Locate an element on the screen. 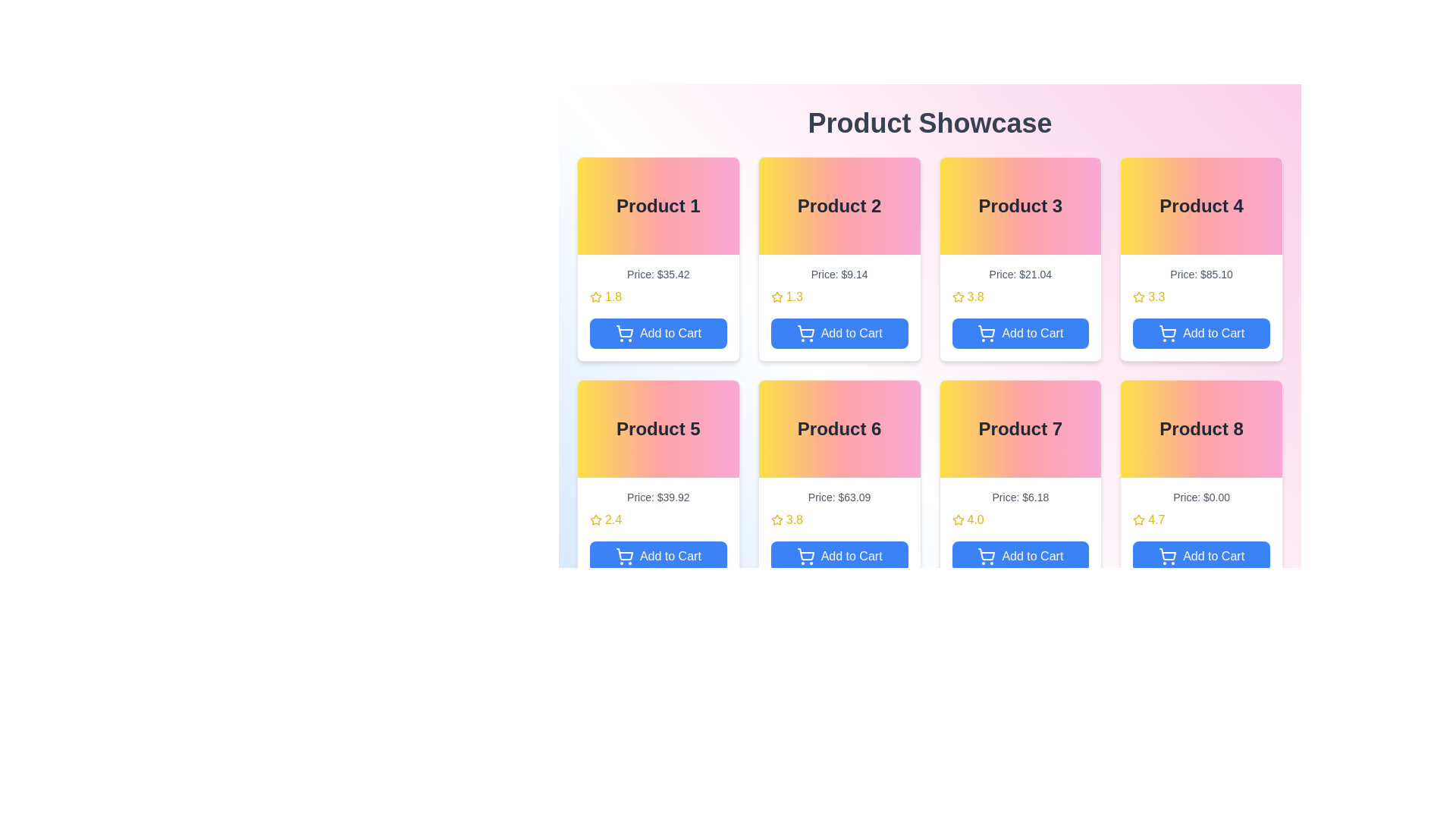 This screenshot has width=1456, height=819. the text label displaying 'Price: $0.00', which is styled in muted gray and positioned above the rating display and 'Add to Cart' button in the bottom-right corner of the grid layout is located at coordinates (1200, 497).